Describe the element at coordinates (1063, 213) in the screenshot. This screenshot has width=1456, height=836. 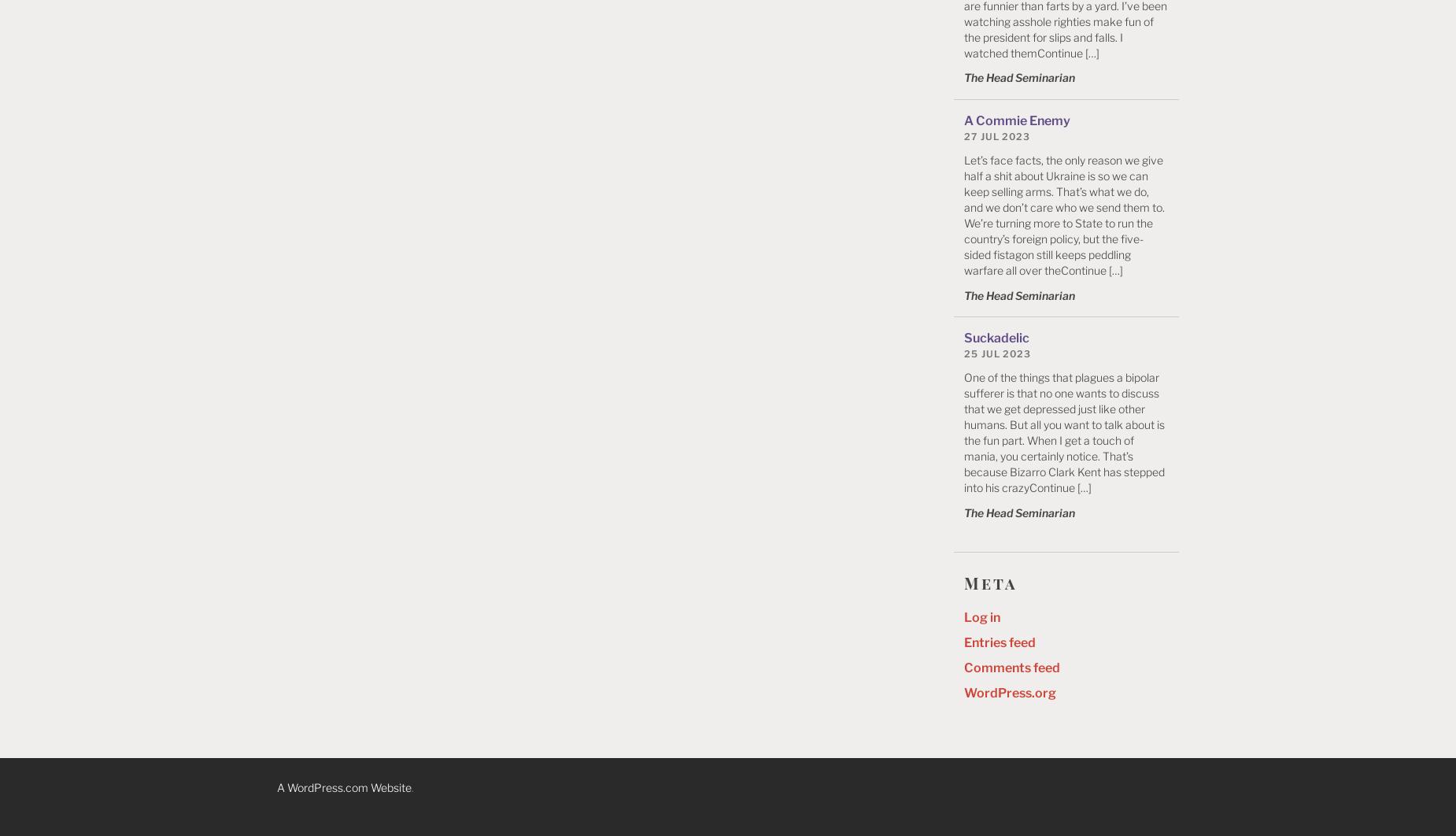
I see `'Let’s face facts, the only reason we give half a shit about Ukraine is so we can keep selling arms. That’s what we do, and we don’t care who we send them to. We’re turning more to State to run the country’s foreign policy, but the five-sided fistagon still keeps peddling warfare all over theContinue […]'` at that location.